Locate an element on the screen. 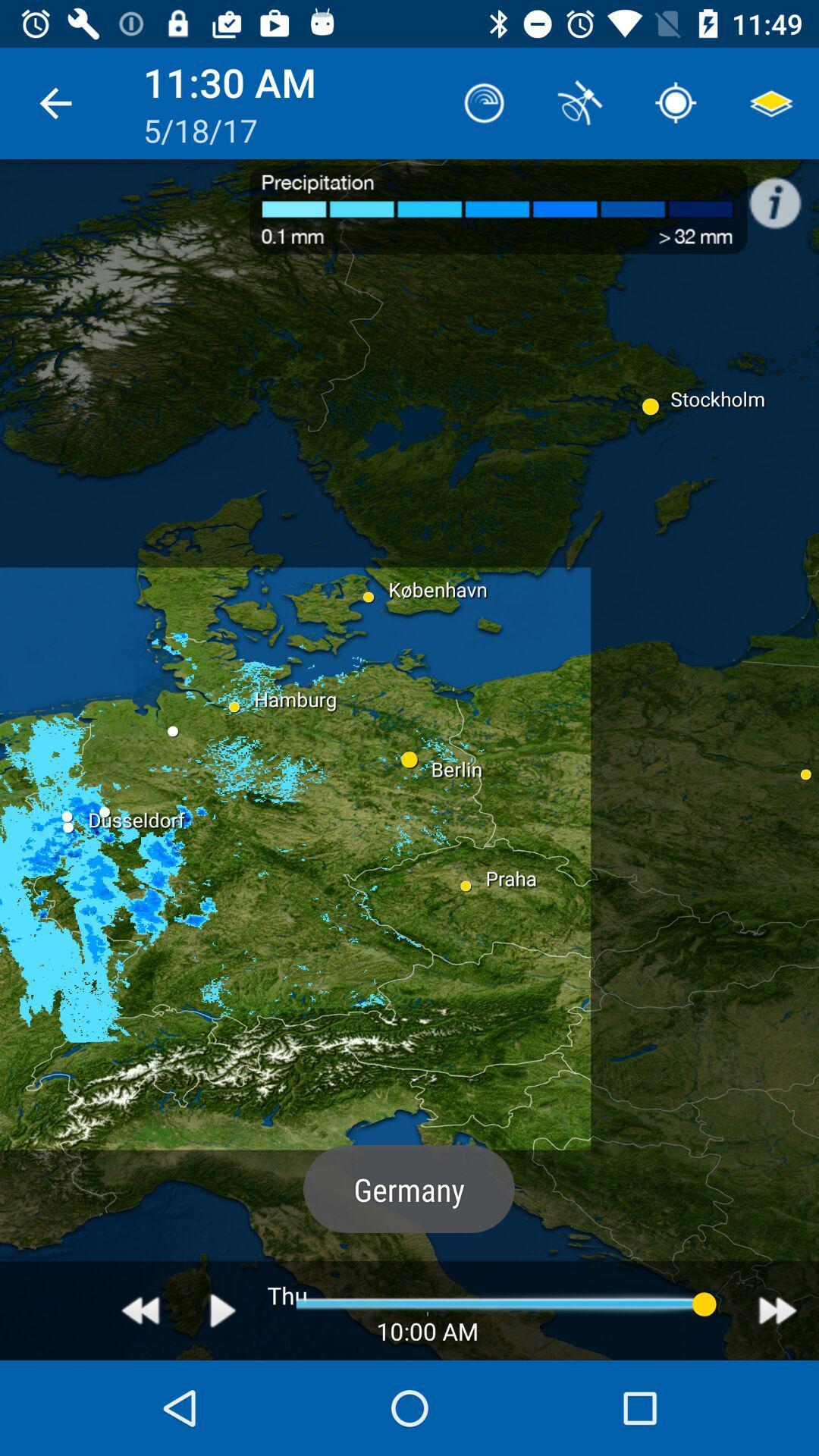 The width and height of the screenshot is (819, 1456). icon at the bottom right corner is located at coordinates (777, 1310).